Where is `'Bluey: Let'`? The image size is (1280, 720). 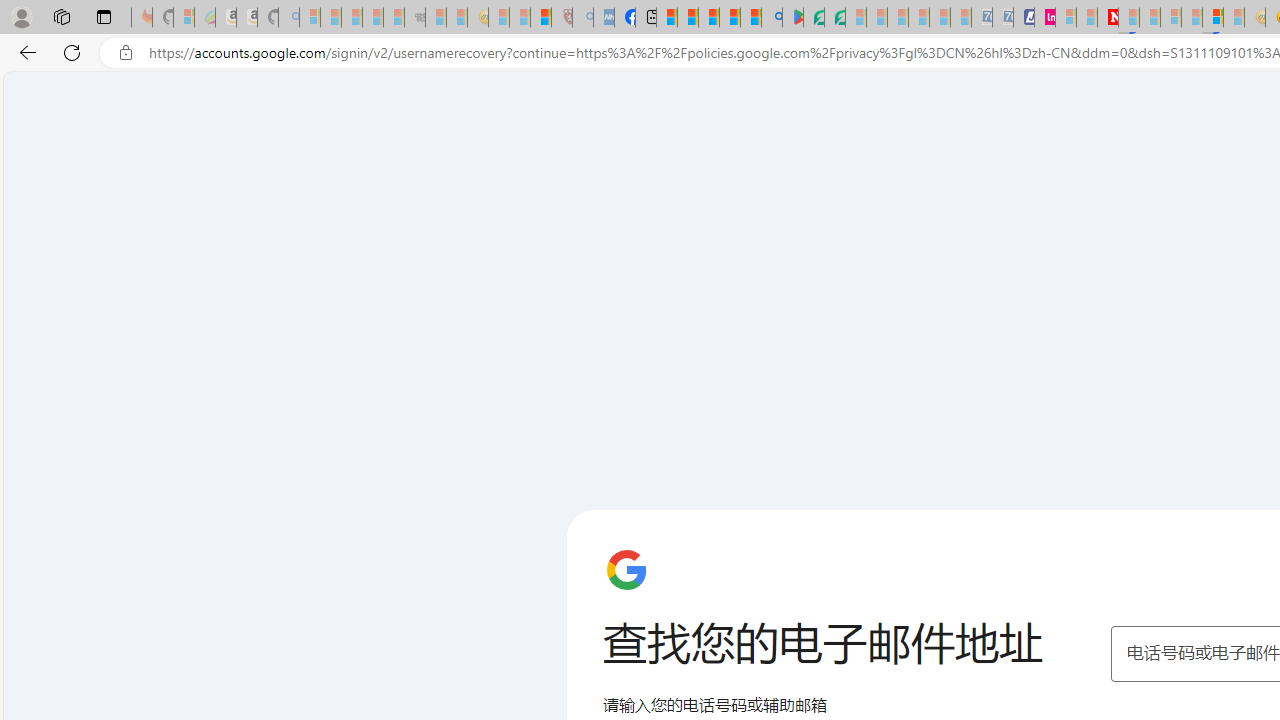 'Bluey: Let' is located at coordinates (791, 17).